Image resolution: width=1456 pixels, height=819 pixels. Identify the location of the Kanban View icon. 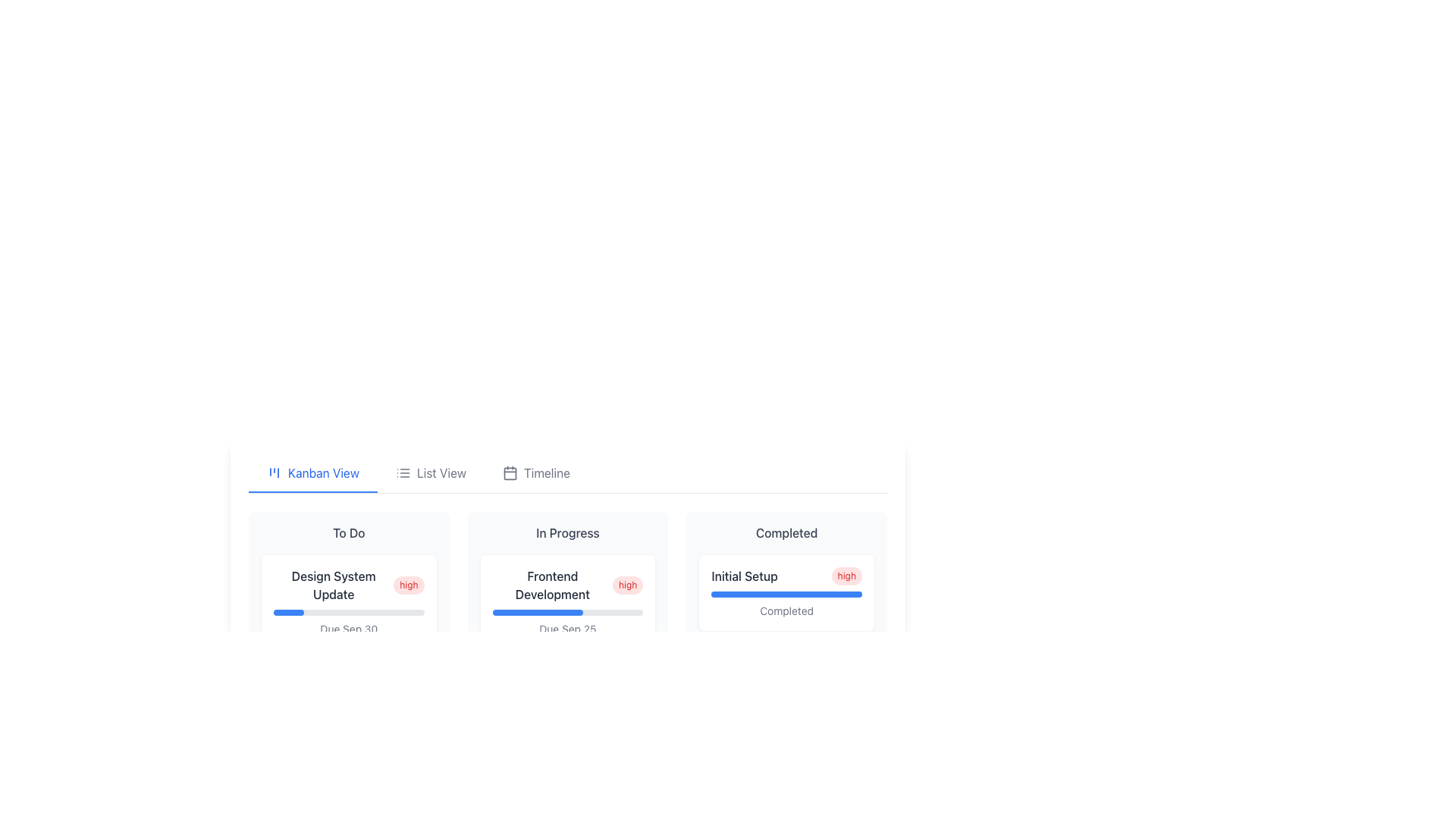
(274, 472).